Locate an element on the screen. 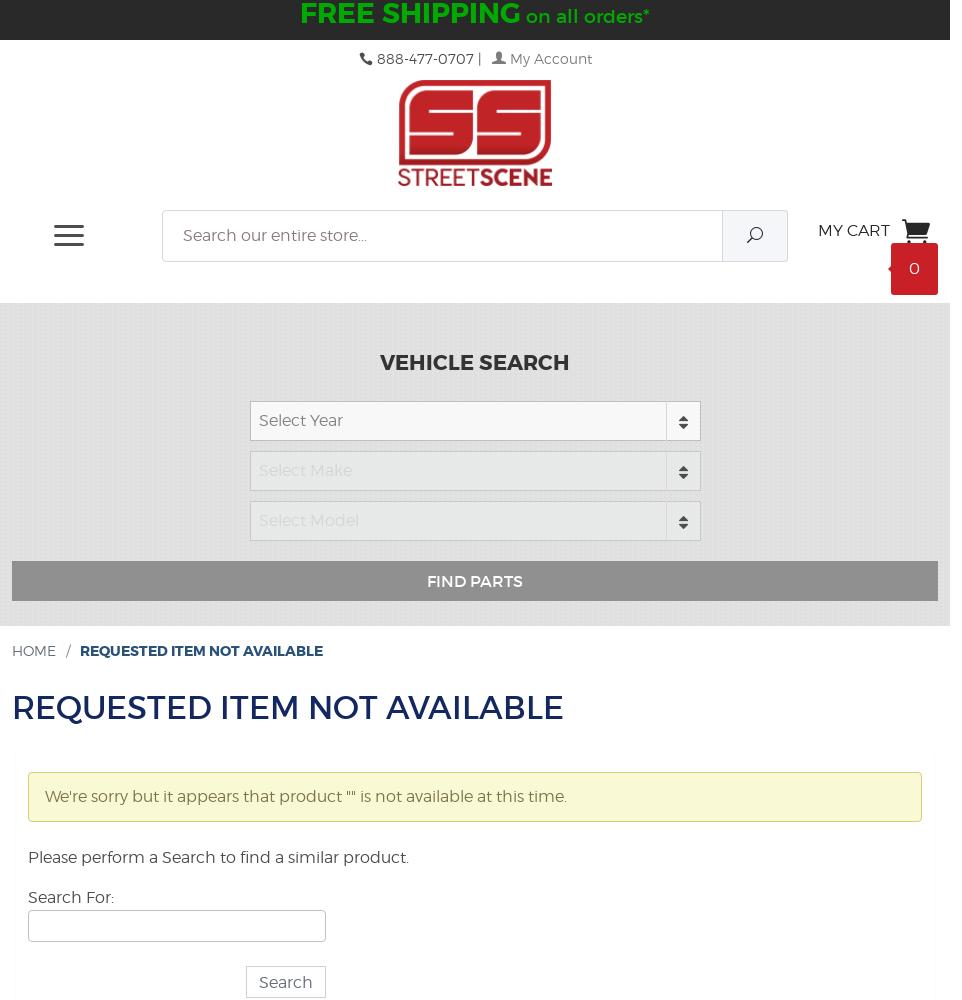  '888-477-0707' is located at coordinates (421, 58).